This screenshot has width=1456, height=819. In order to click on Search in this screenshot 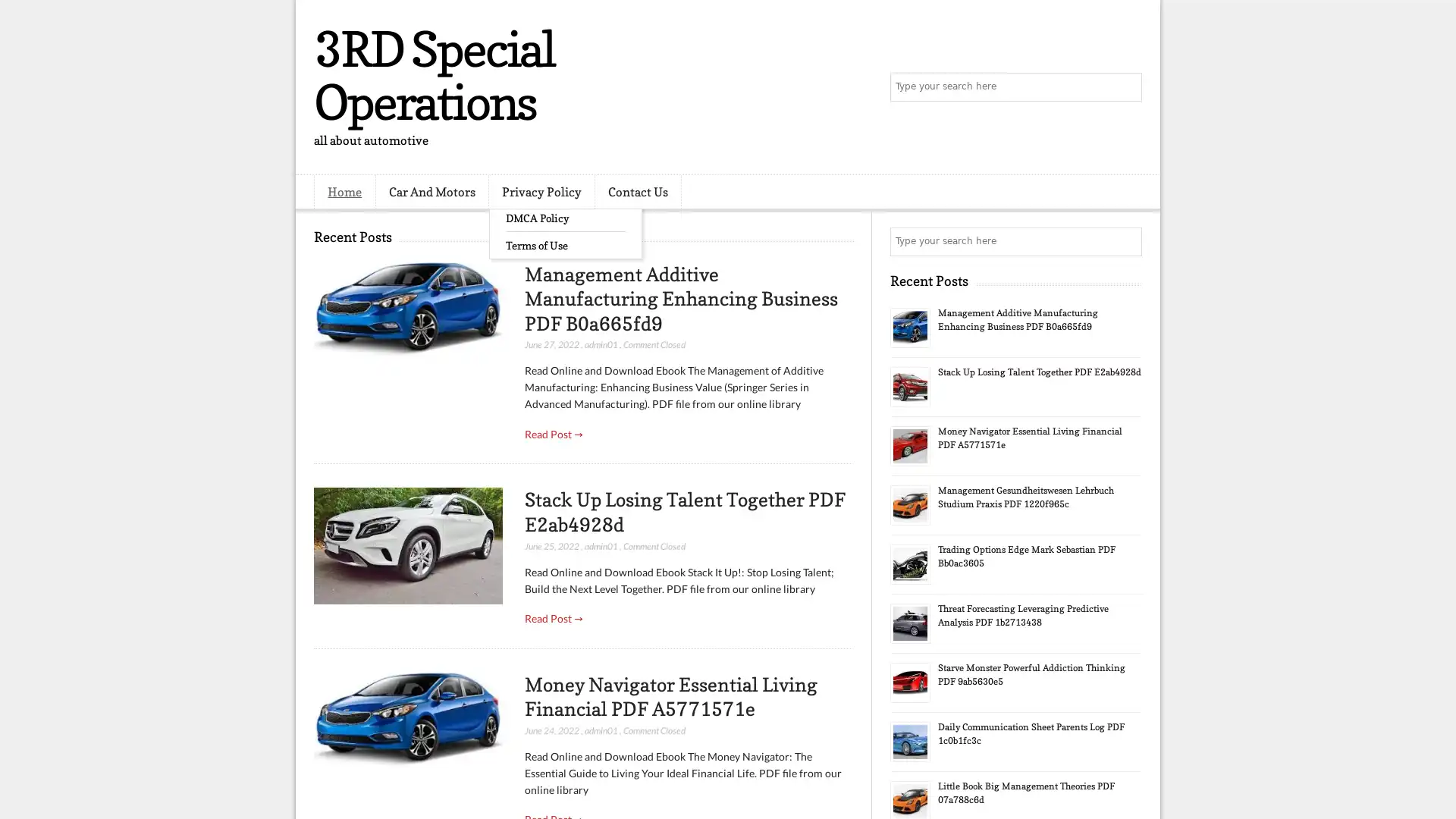, I will do `click(1126, 87)`.